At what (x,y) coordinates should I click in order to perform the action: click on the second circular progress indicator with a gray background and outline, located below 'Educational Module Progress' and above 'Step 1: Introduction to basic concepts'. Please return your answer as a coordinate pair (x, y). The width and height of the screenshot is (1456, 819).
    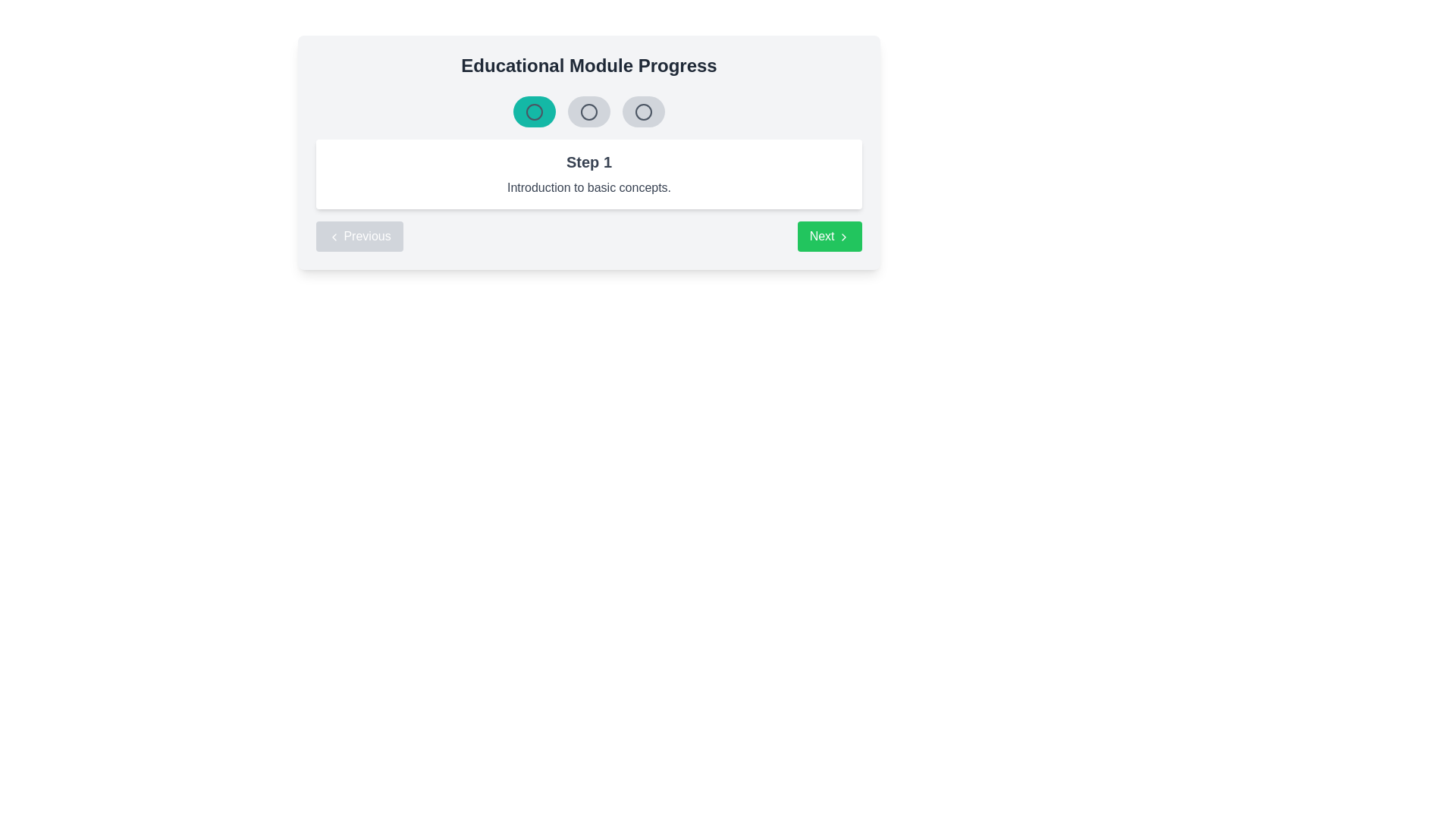
    Looking at the image, I should click on (588, 110).